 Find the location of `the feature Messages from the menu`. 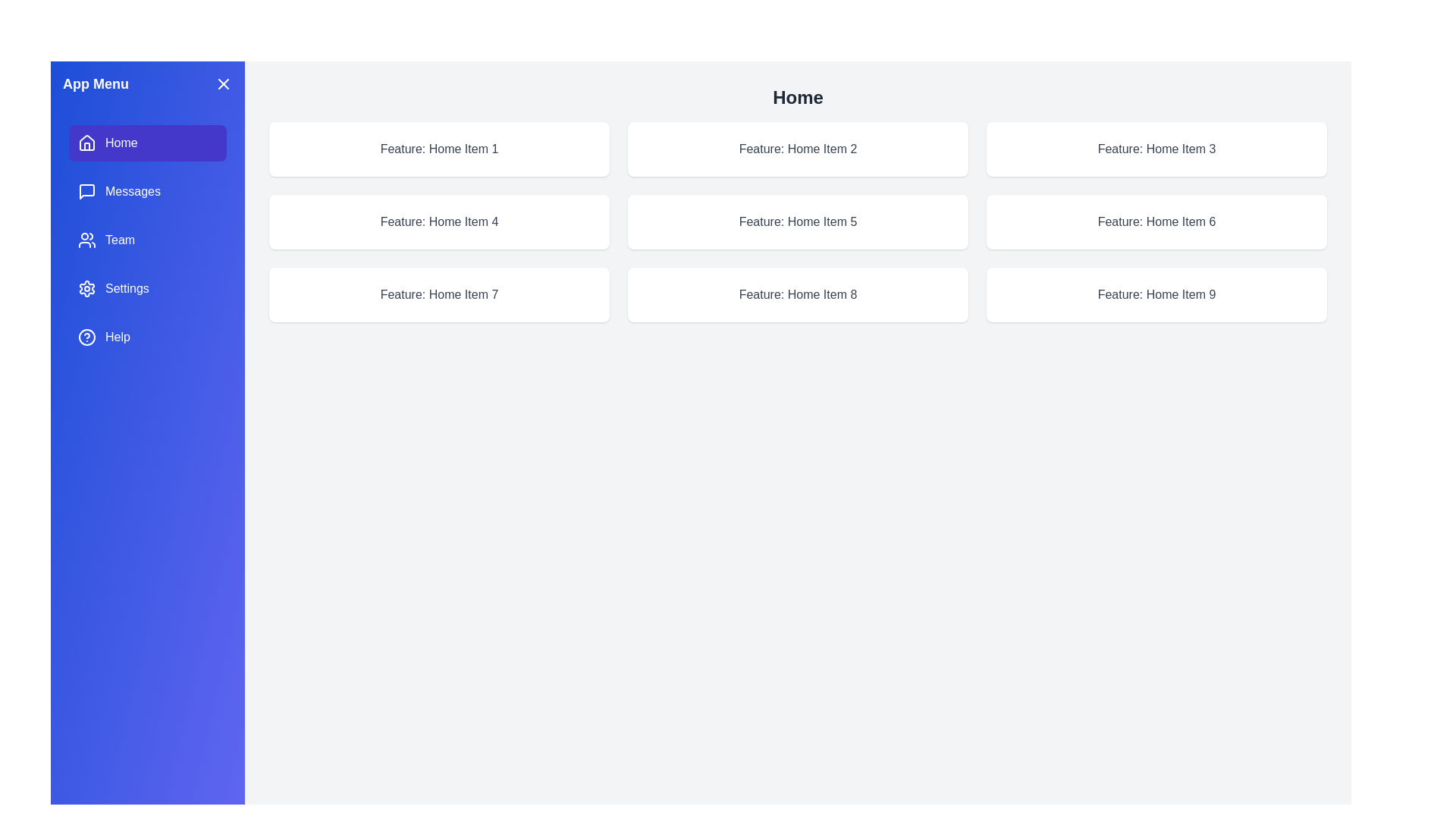

the feature Messages from the menu is located at coordinates (148, 191).